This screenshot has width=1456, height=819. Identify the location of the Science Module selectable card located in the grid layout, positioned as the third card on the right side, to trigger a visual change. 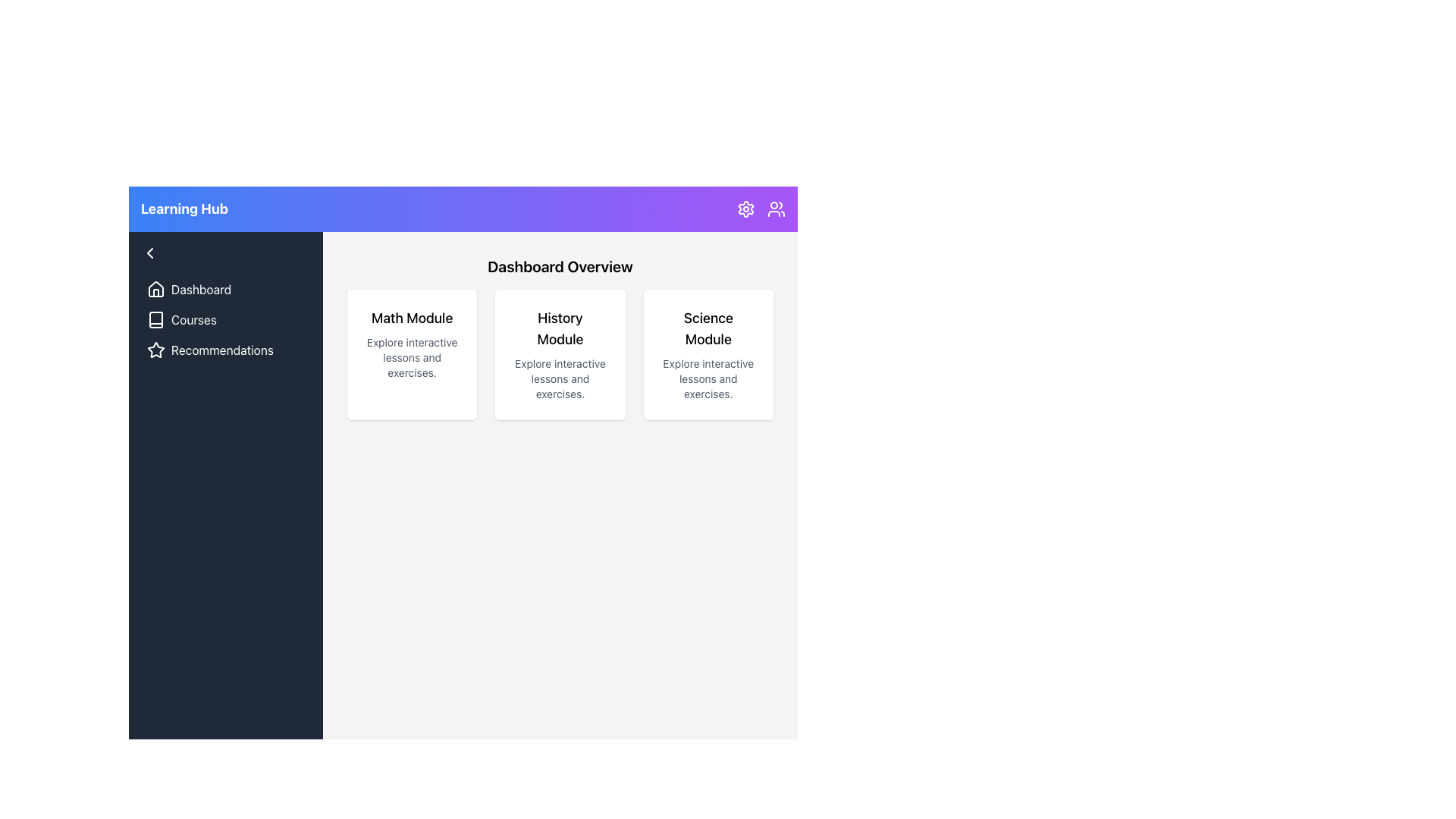
(708, 354).